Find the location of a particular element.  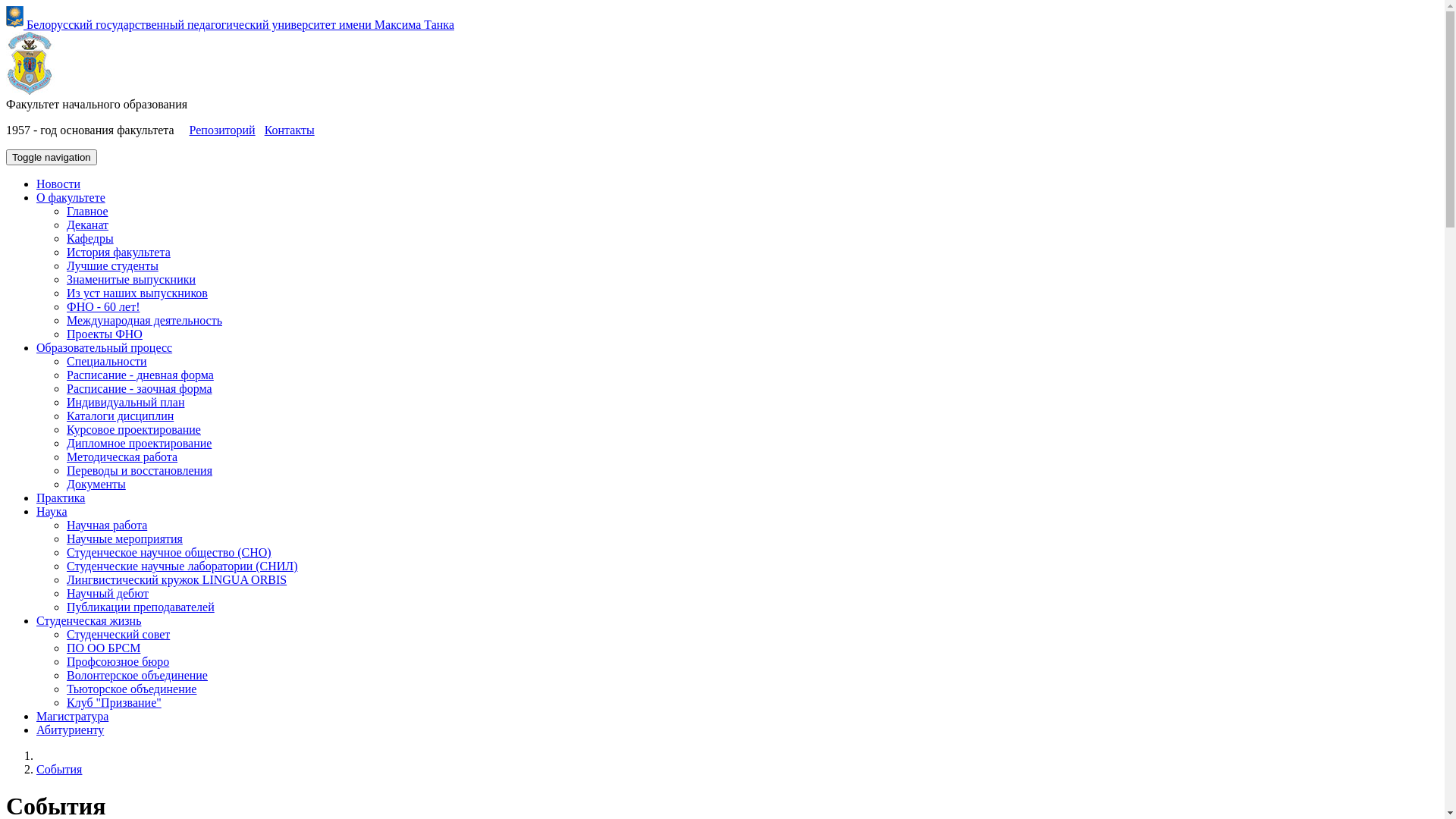

'Toggle navigation' is located at coordinates (6, 157).